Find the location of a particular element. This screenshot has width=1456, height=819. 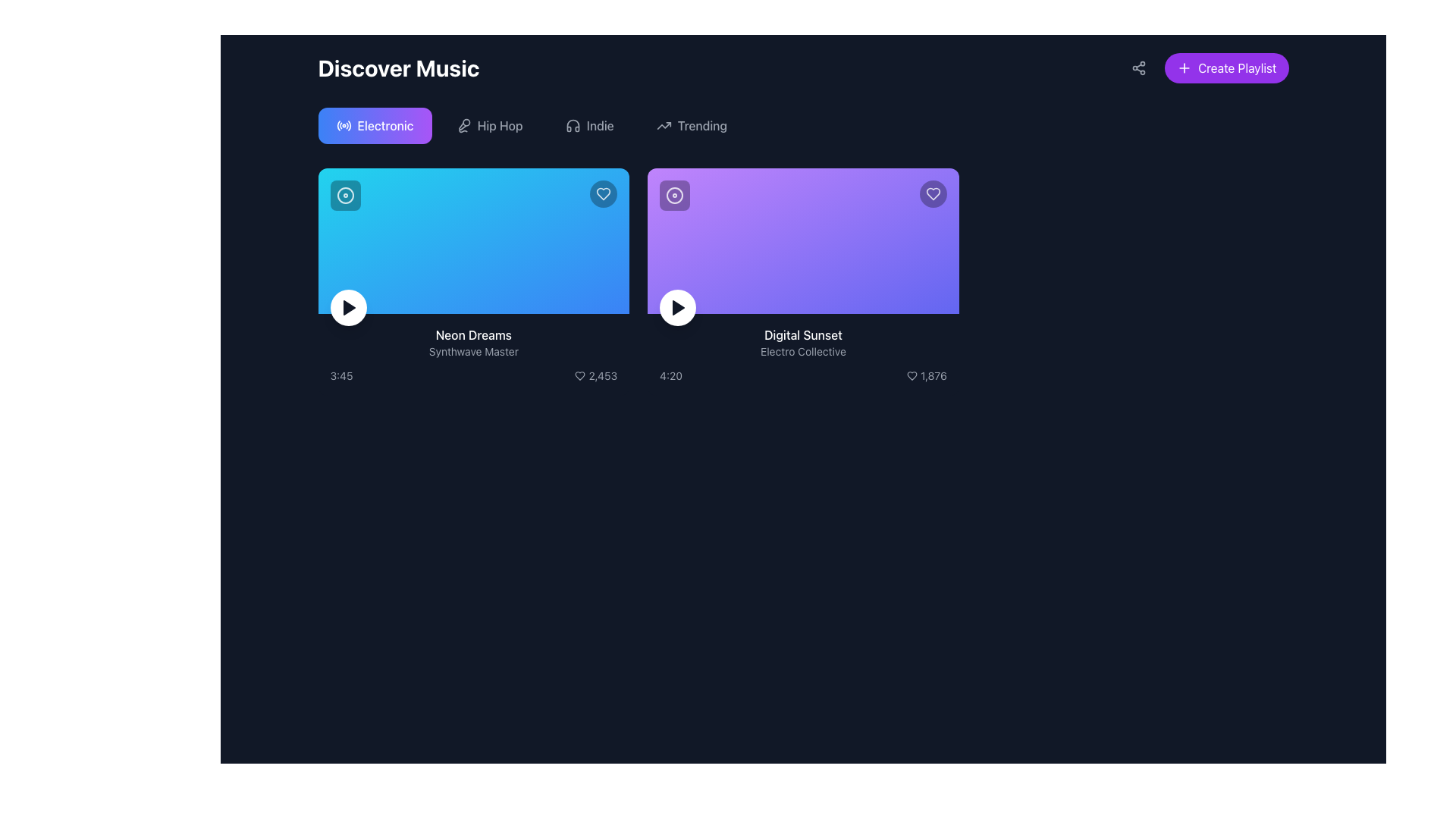

the outer circle of the 'Digital Sunset' multimedia card located in the top left corner of the interface is located at coordinates (674, 195).